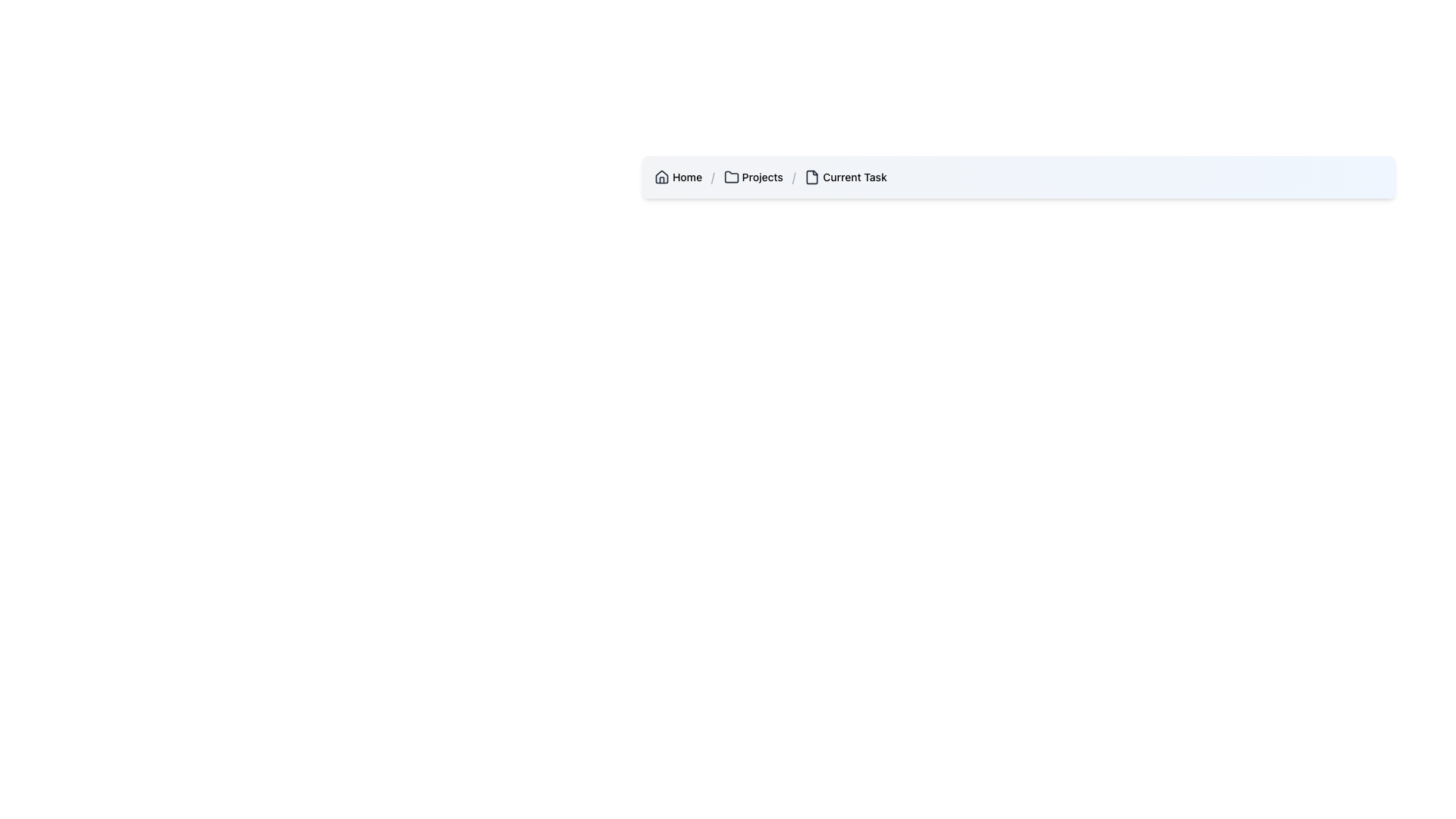  Describe the element at coordinates (1018, 177) in the screenshot. I see `the individual sections of the Breadcrumb navigation bar` at that location.